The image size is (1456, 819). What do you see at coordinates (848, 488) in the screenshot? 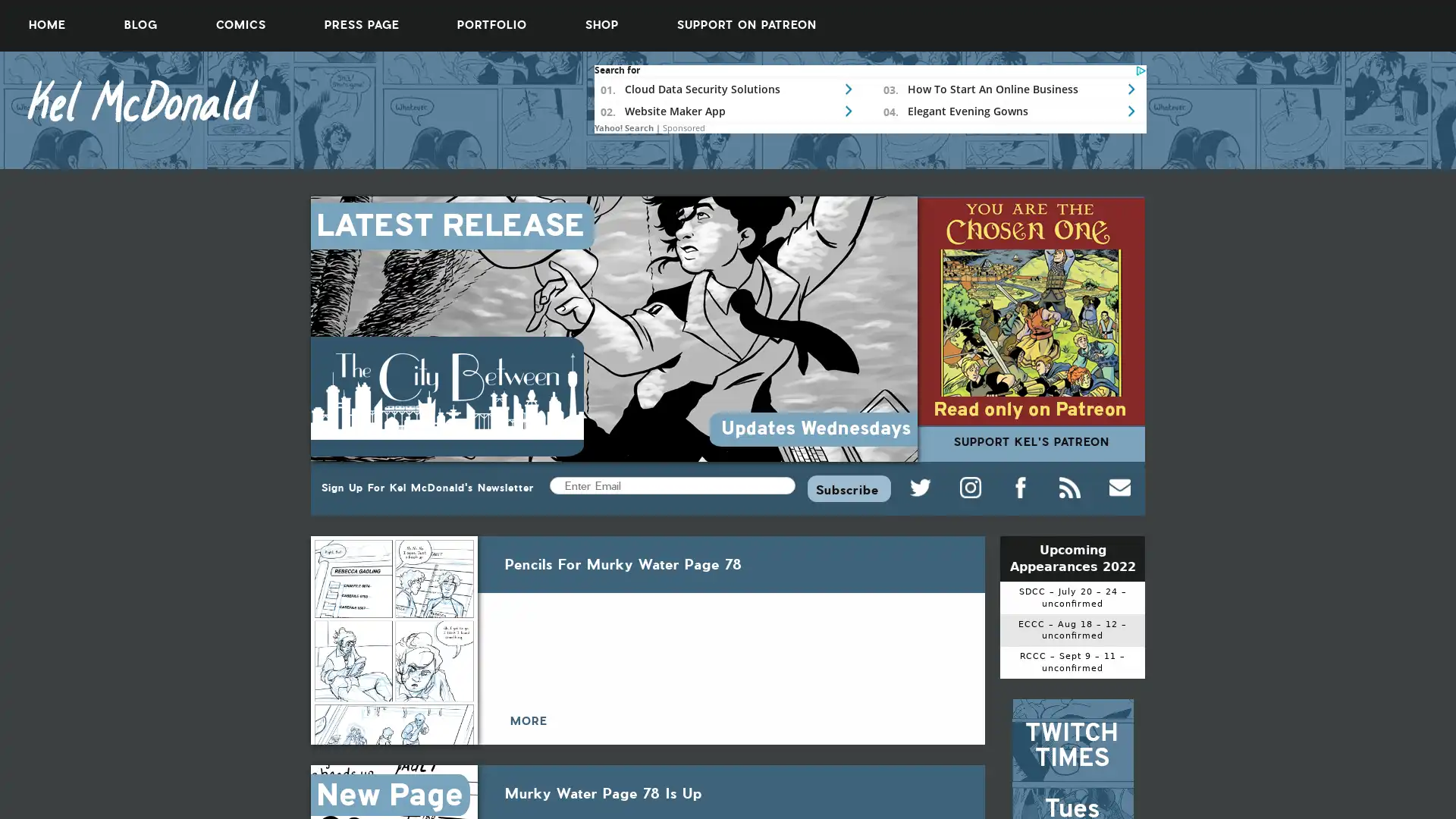
I see `Subscribe` at bounding box center [848, 488].